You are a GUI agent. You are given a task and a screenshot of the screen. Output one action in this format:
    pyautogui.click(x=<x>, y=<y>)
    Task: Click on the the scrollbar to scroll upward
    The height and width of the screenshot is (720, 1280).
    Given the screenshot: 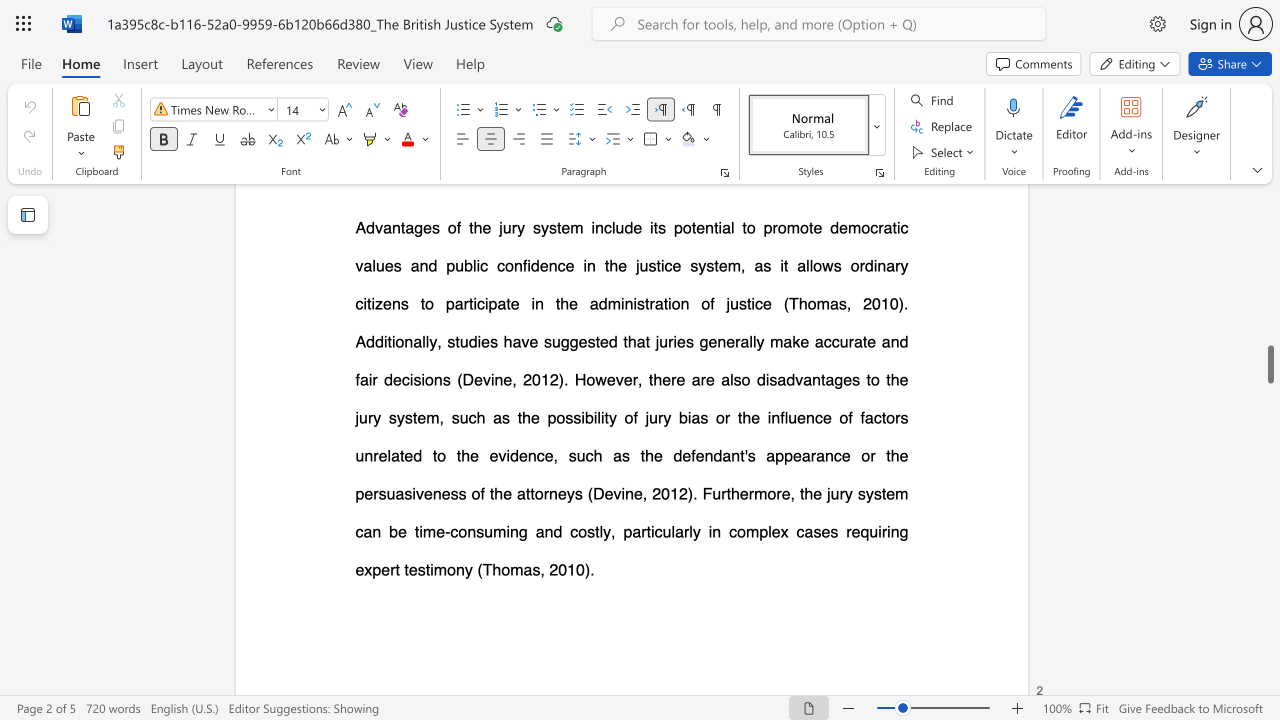 What is the action you would take?
    pyautogui.click(x=1269, y=438)
    